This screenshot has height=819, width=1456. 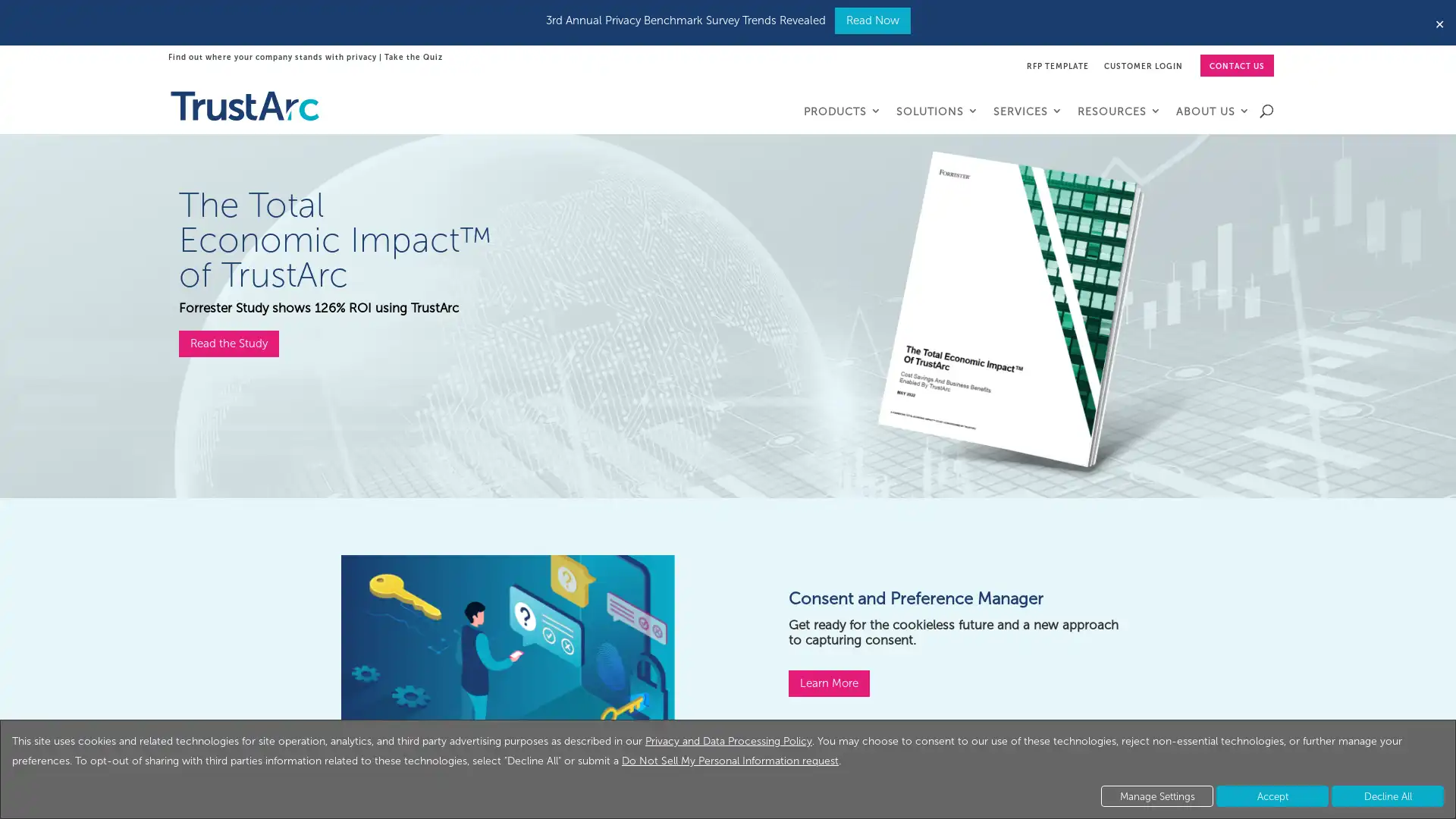 I want to click on Accept, so click(x=1272, y=795).